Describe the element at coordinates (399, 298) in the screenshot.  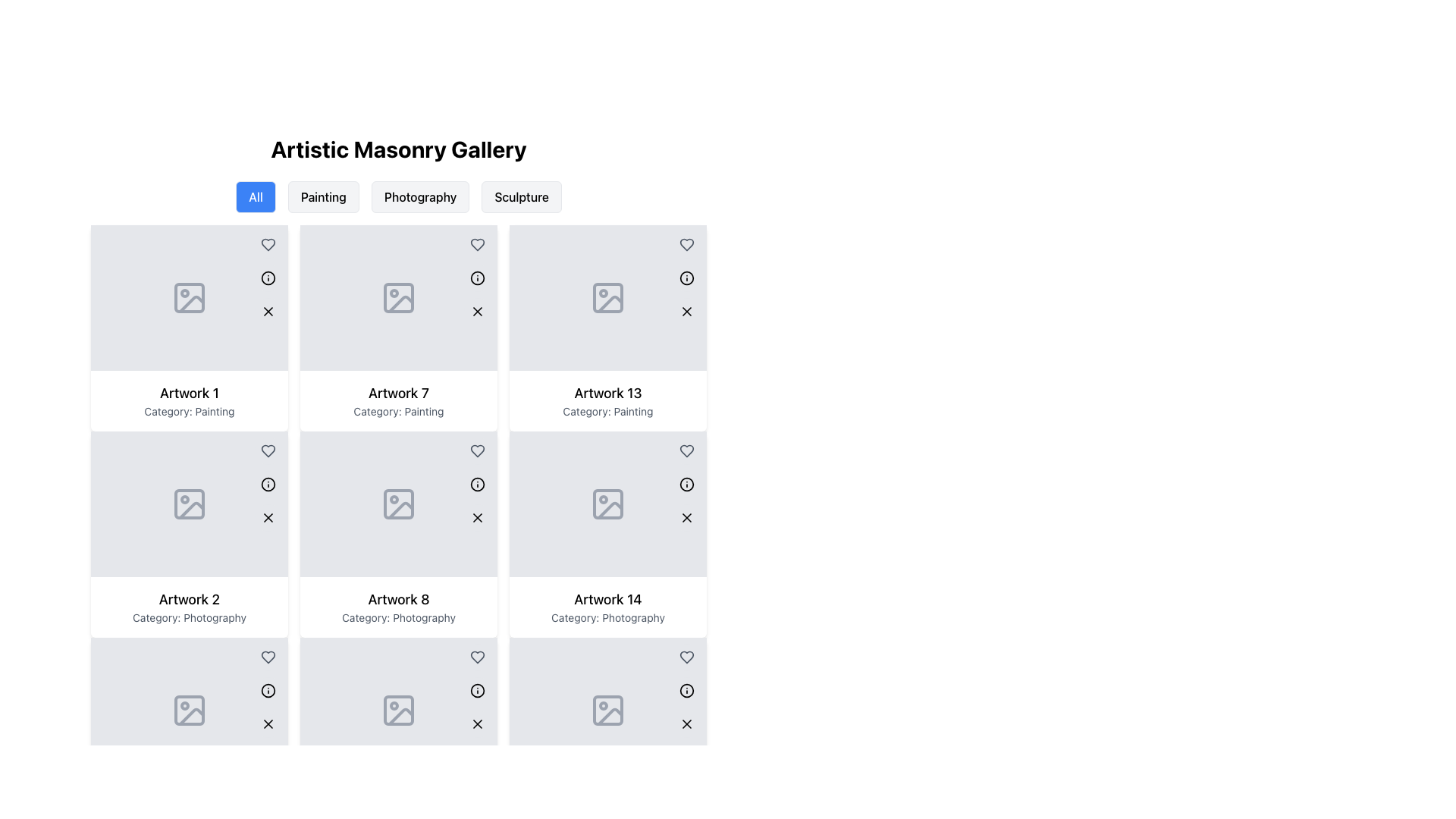
I see `the inner rectangle decorative graphic element located near the top-left corner of the 'Artwork 7' icon in the gallery` at that location.